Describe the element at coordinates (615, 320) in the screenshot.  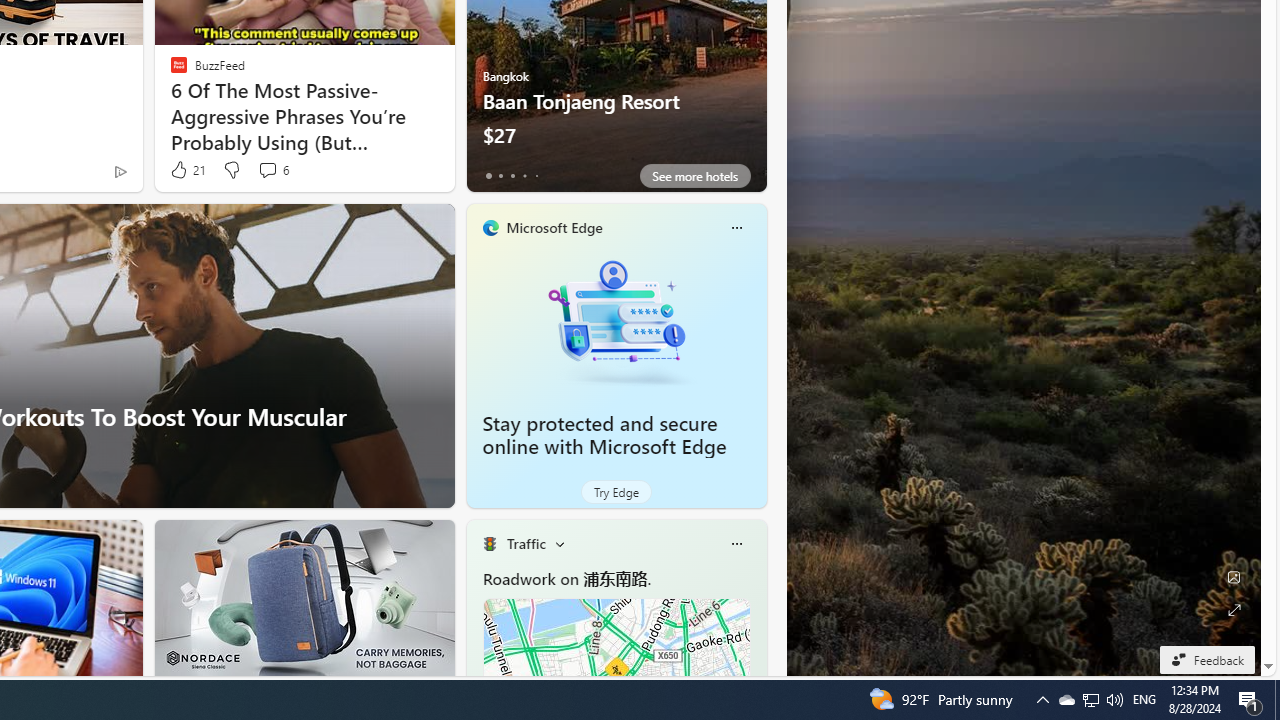
I see `'Stay protected and secure online with Microsoft Edge'` at that location.